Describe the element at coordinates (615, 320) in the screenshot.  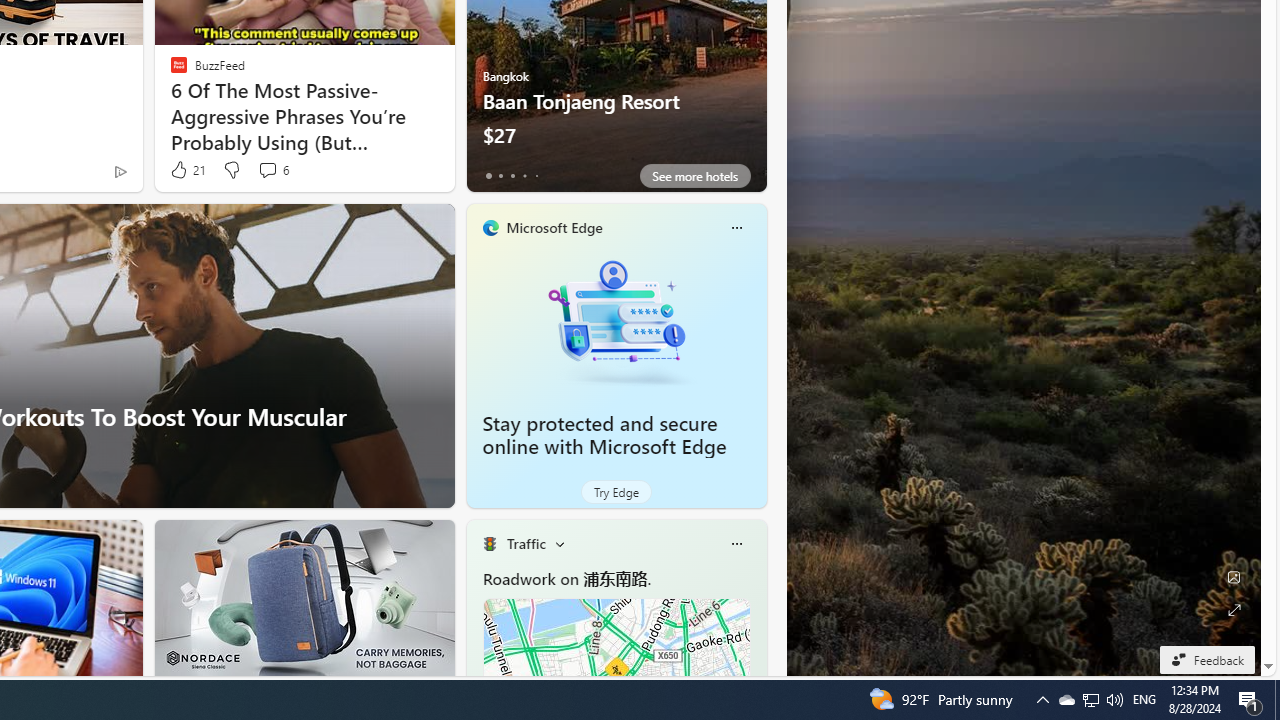
I see `'Stay protected and secure online with Microsoft Edge'` at that location.